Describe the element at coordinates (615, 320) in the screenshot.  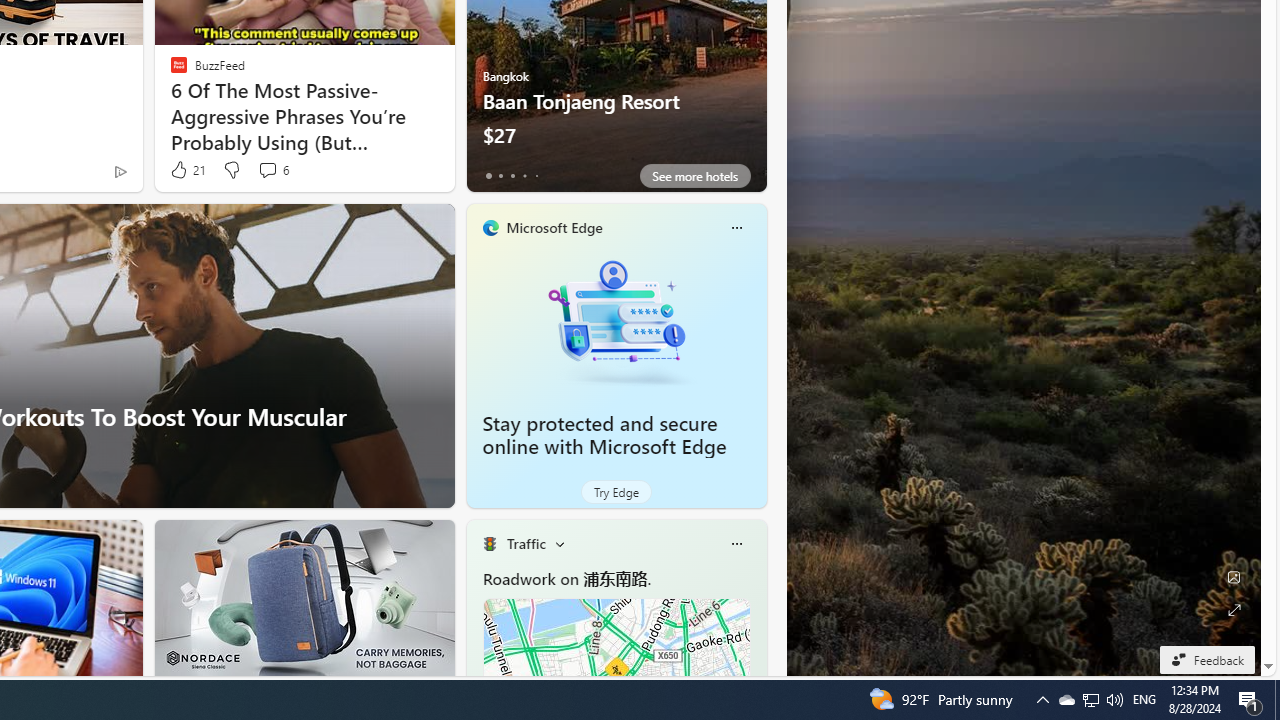
I see `'Stay protected and secure online with Microsoft Edge'` at that location.